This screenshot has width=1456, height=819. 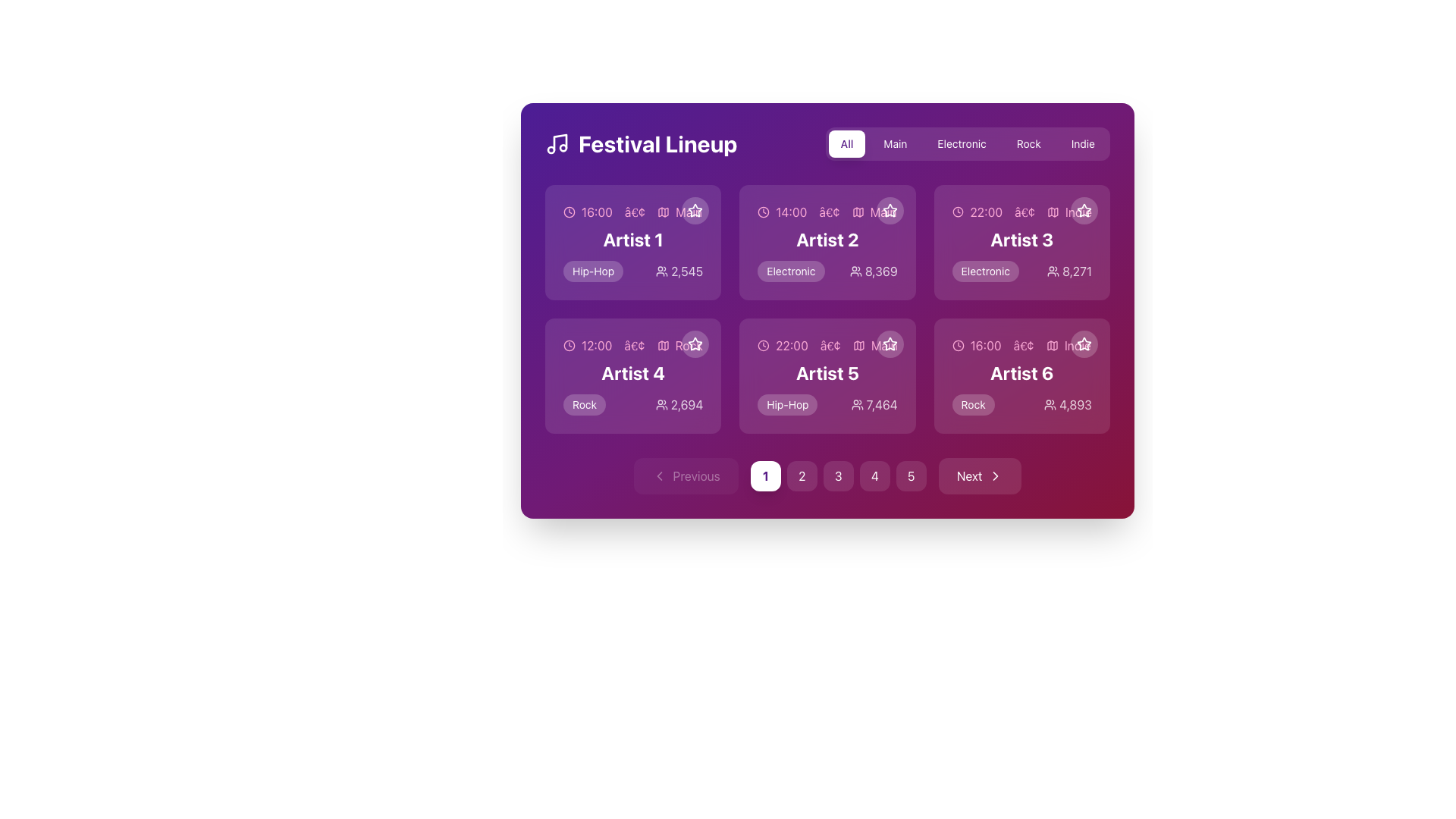 What do you see at coordinates (764, 345) in the screenshot?
I see `the SVG clock icon circle for 'Artist 5' to display more information` at bounding box center [764, 345].